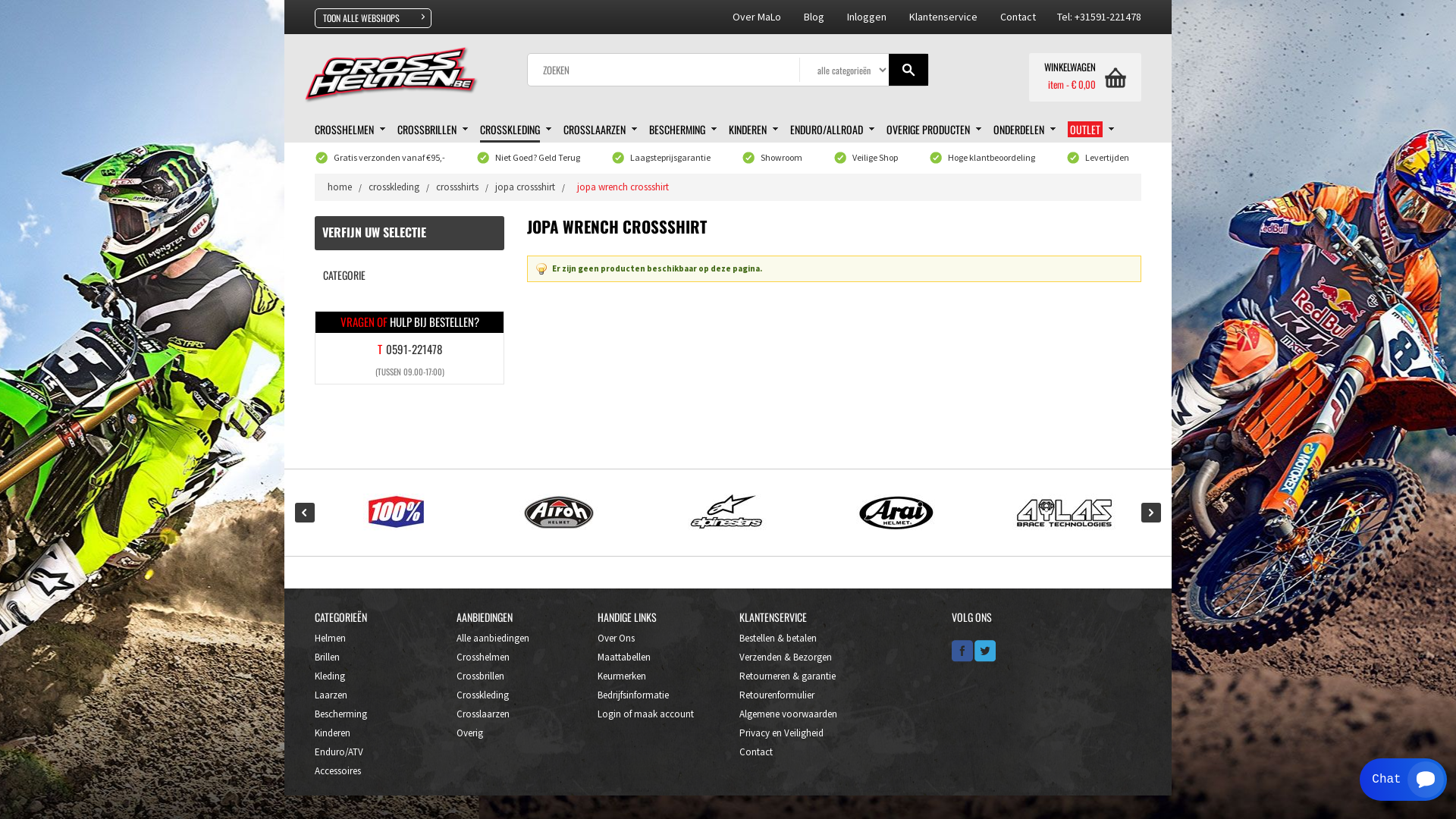  I want to click on 'Retourneren & garantie', so click(787, 674).